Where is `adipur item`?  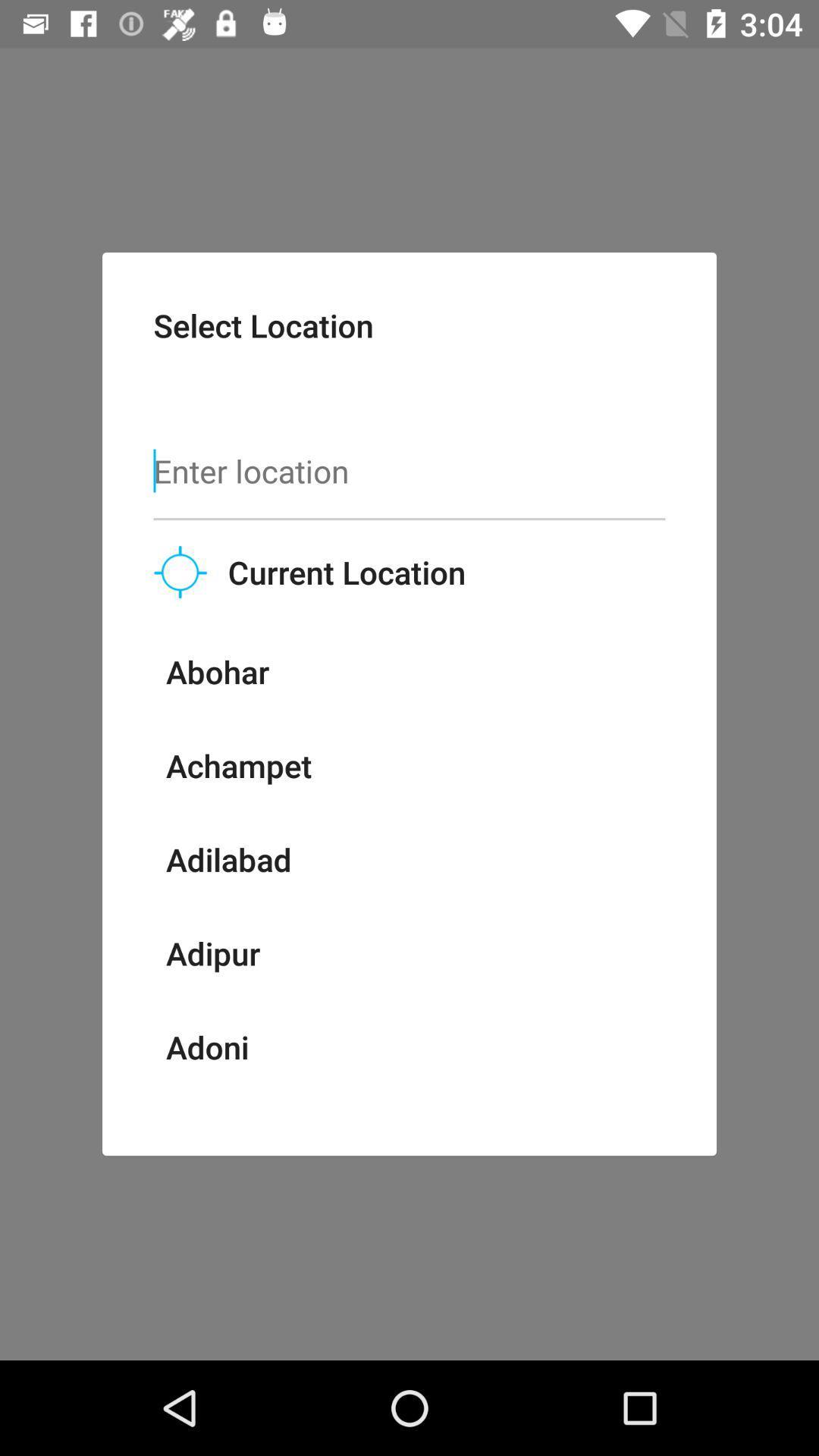
adipur item is located at coordinates (213, 952).